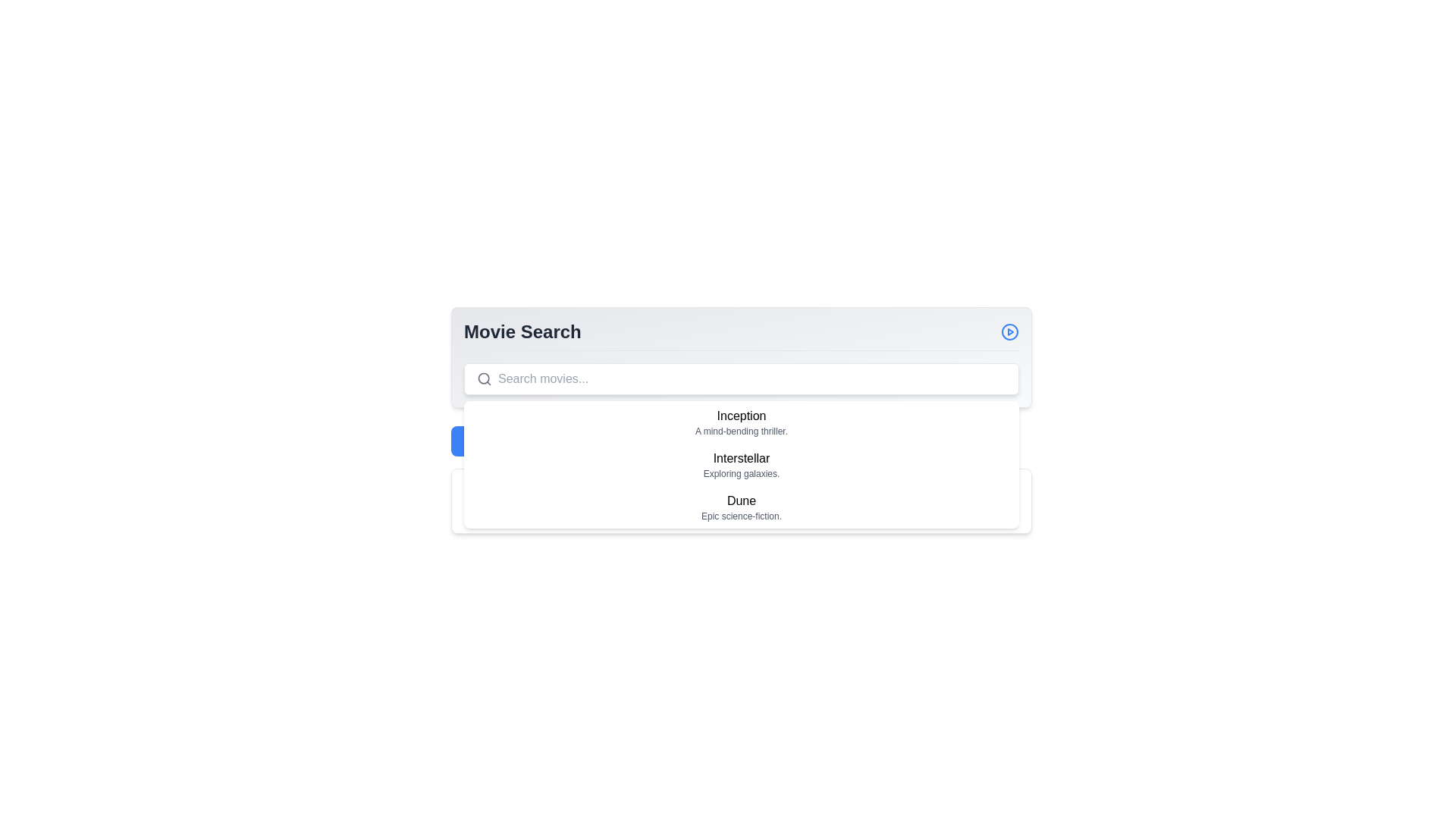 The image size is (1456, 819). I want to click on the static text element providing a descriptive tagline for the movie 'Inception', located below the title in the movie list, so click(742, 431).